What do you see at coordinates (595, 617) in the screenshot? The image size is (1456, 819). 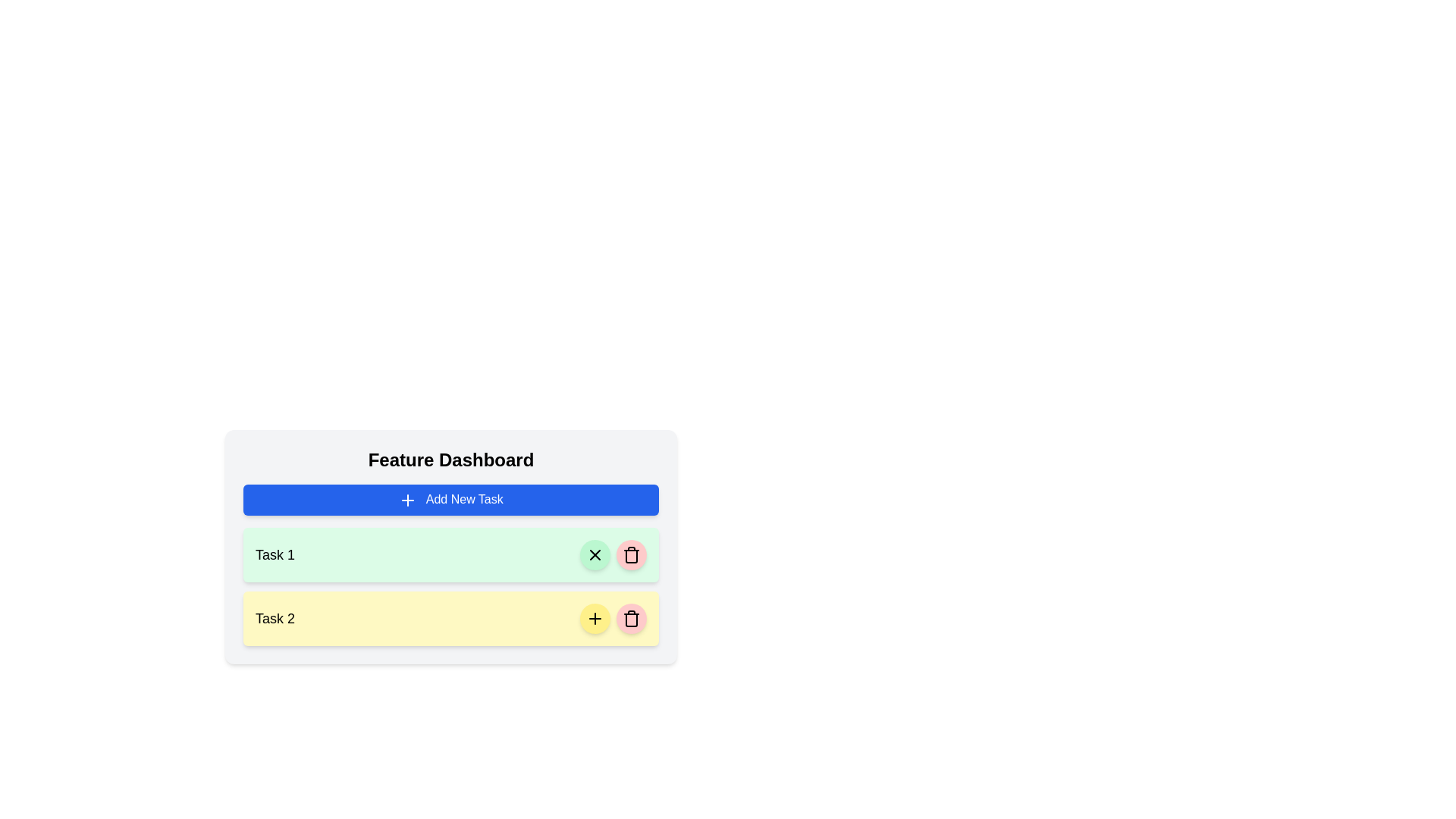 I see `the circular yellow button with a plus sign (+) located on the right side of the task row labeled 'Task 2' to trigger tooltip or highlighting effects` at bounding box center [595, 617].